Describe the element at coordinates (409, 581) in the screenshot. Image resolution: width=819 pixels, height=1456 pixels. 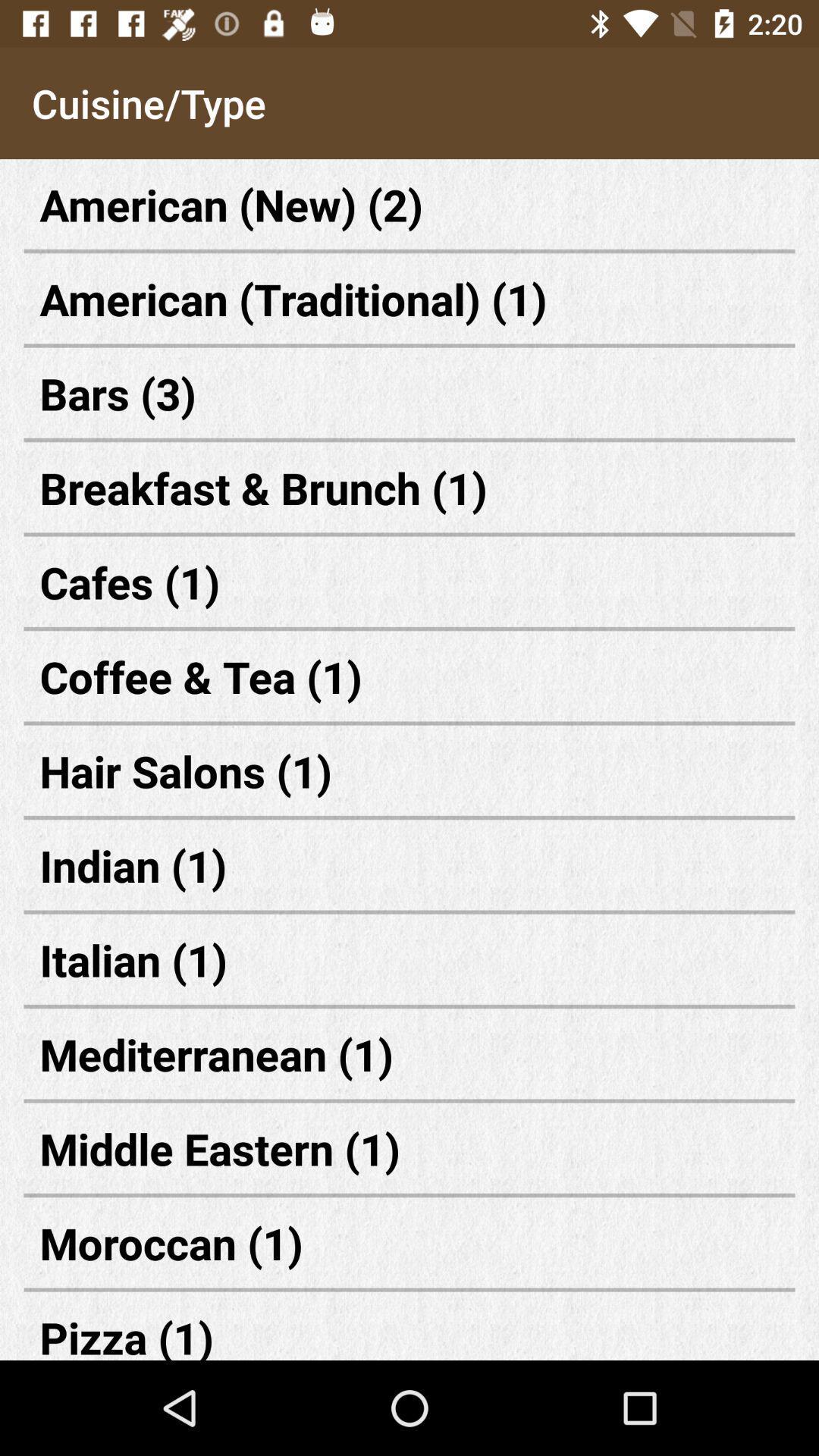
I see `cafes 1` at that location.